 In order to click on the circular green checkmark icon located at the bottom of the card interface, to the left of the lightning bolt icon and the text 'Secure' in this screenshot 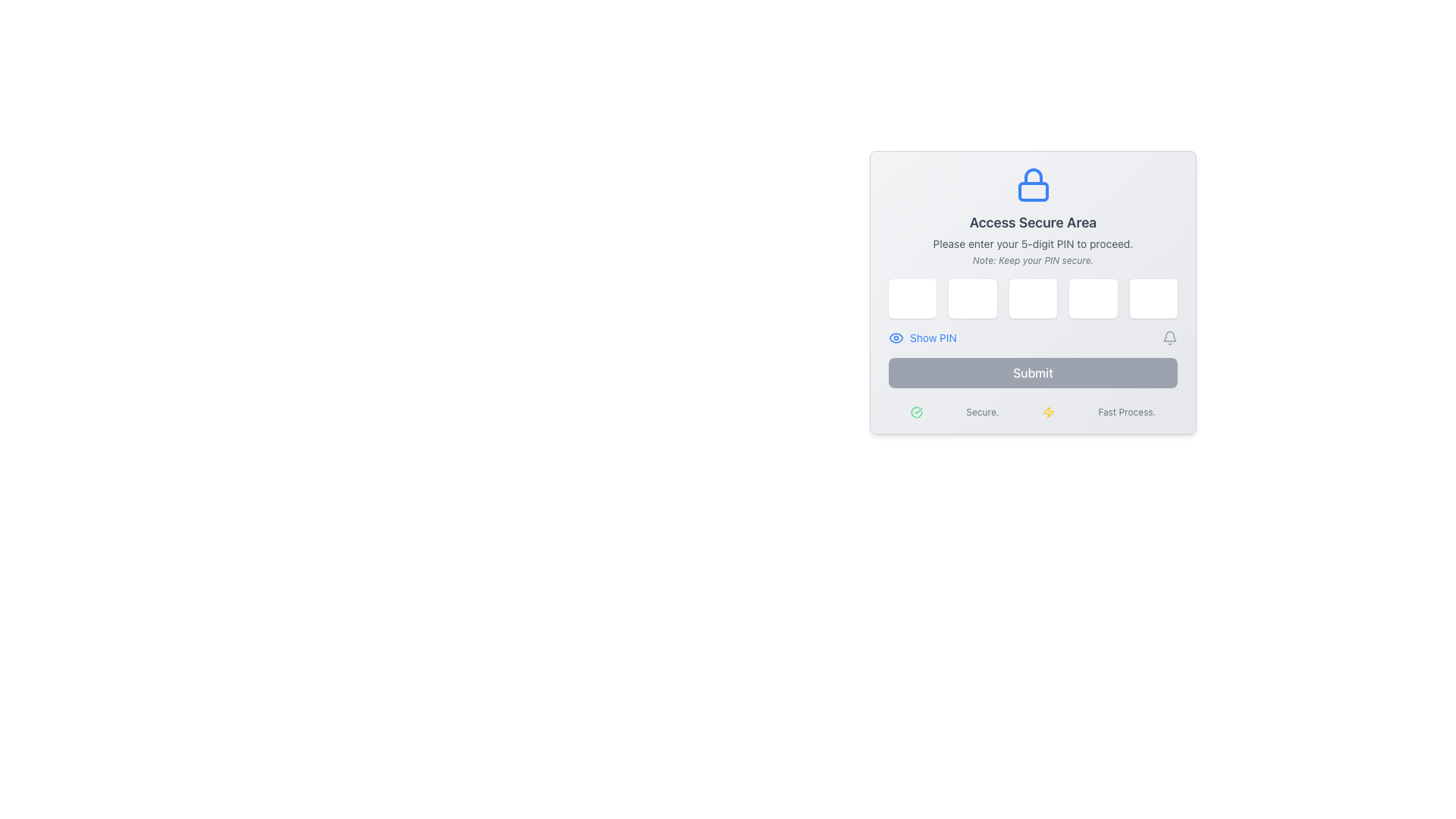, I will do `click(915, 412)`.